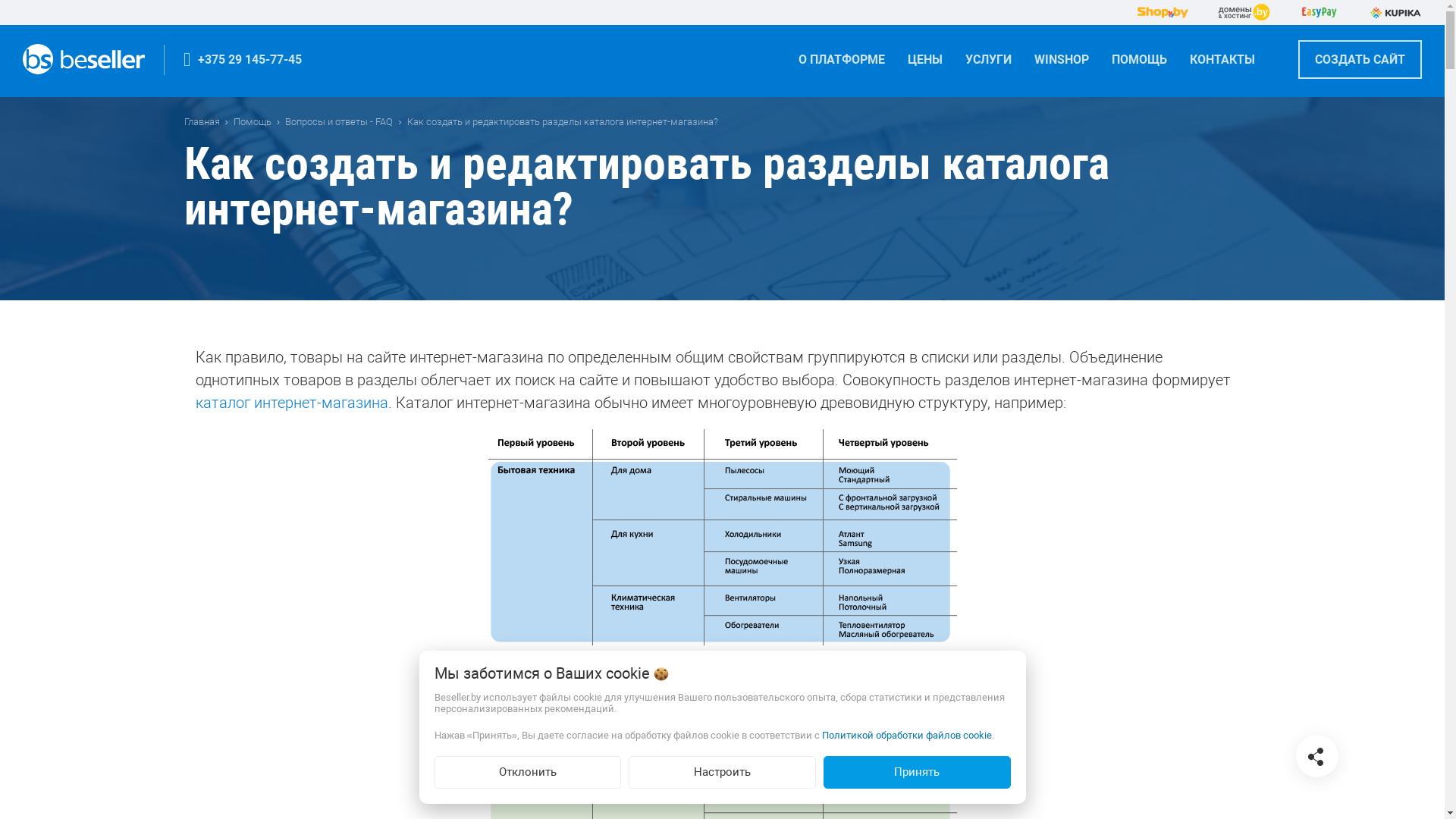  I want to click on 'WINSHOP', so click(1061, 64).